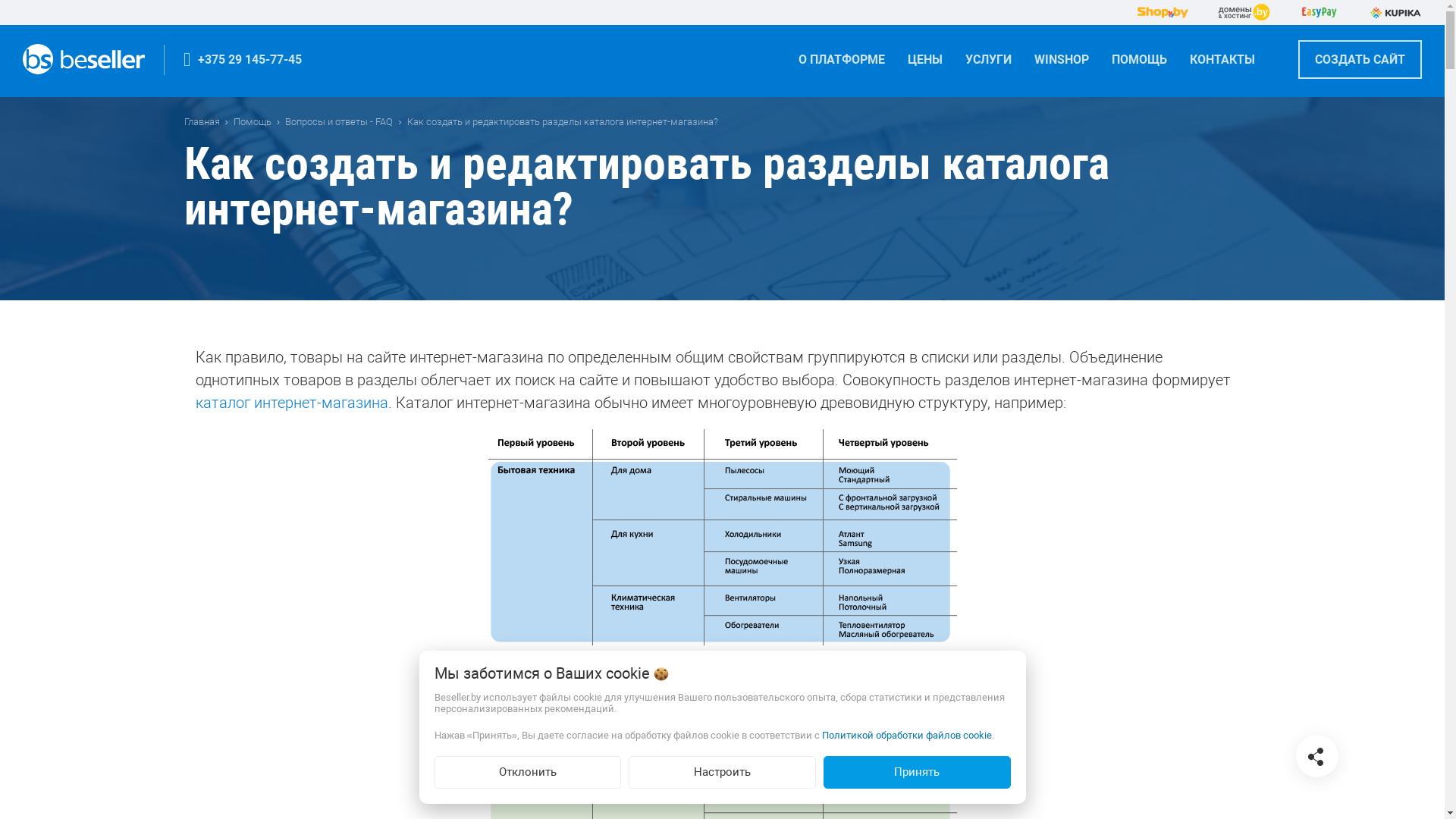  I want to click on 'WINSHOP', so click(1061, 64).